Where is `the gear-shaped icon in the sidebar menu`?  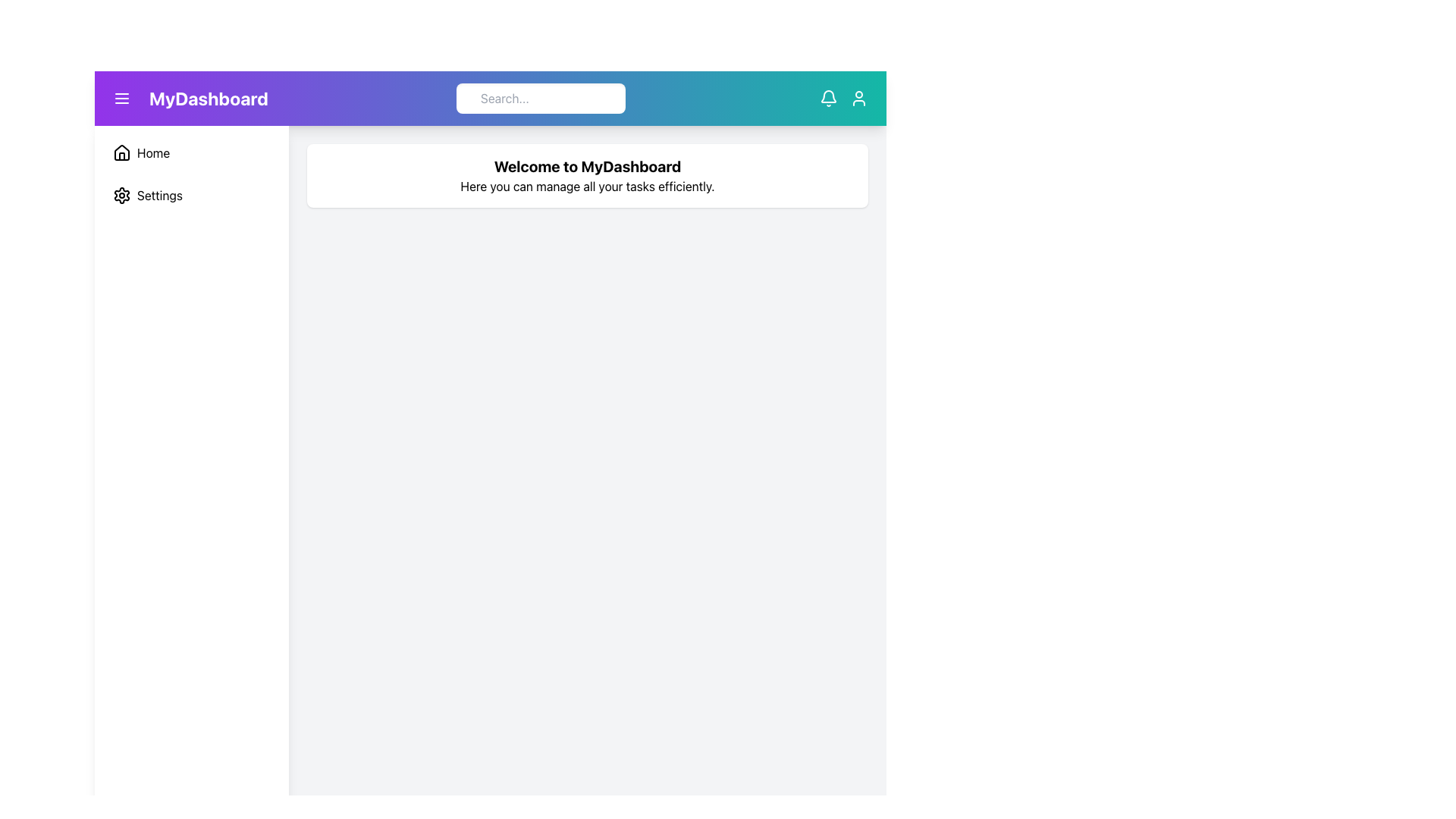
the gear-shaped icon in the sidebar menu is located at coordinates (122, 195).